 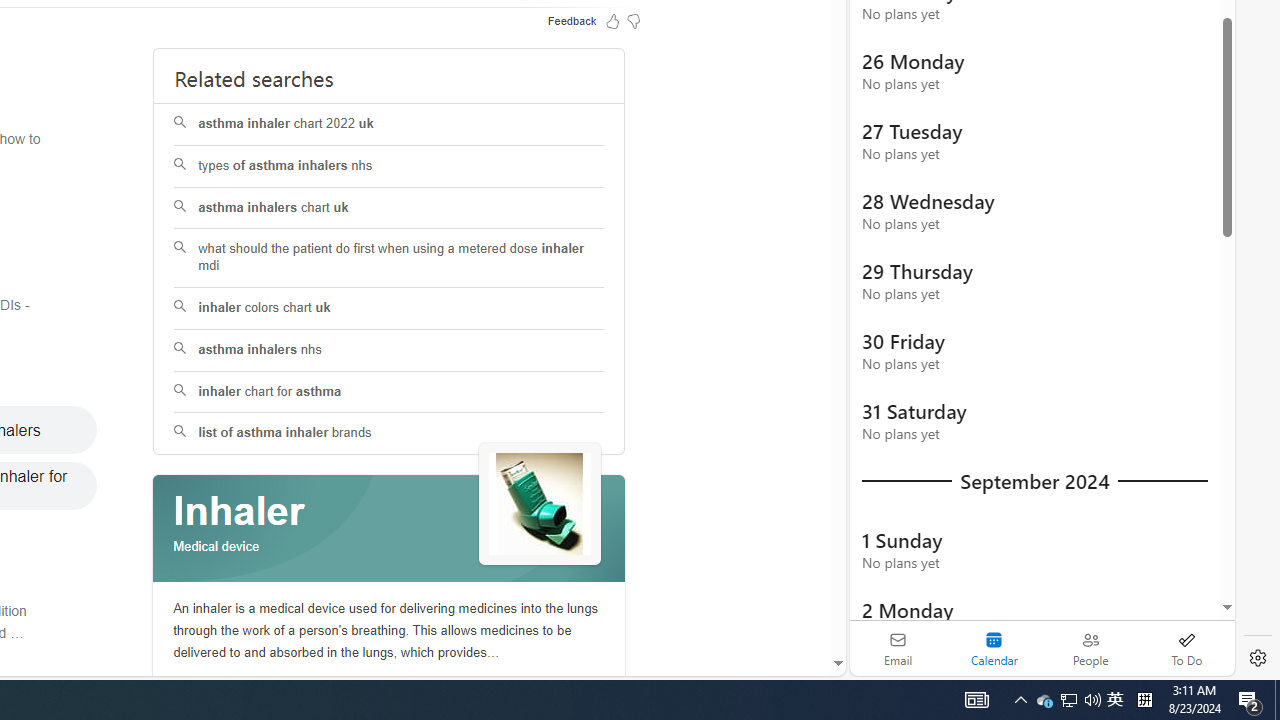 What do you see at coordinates (389, 433) in the screenshot?
I see `'list of asthma inhaler brands'` at bounding box center [389, 433].